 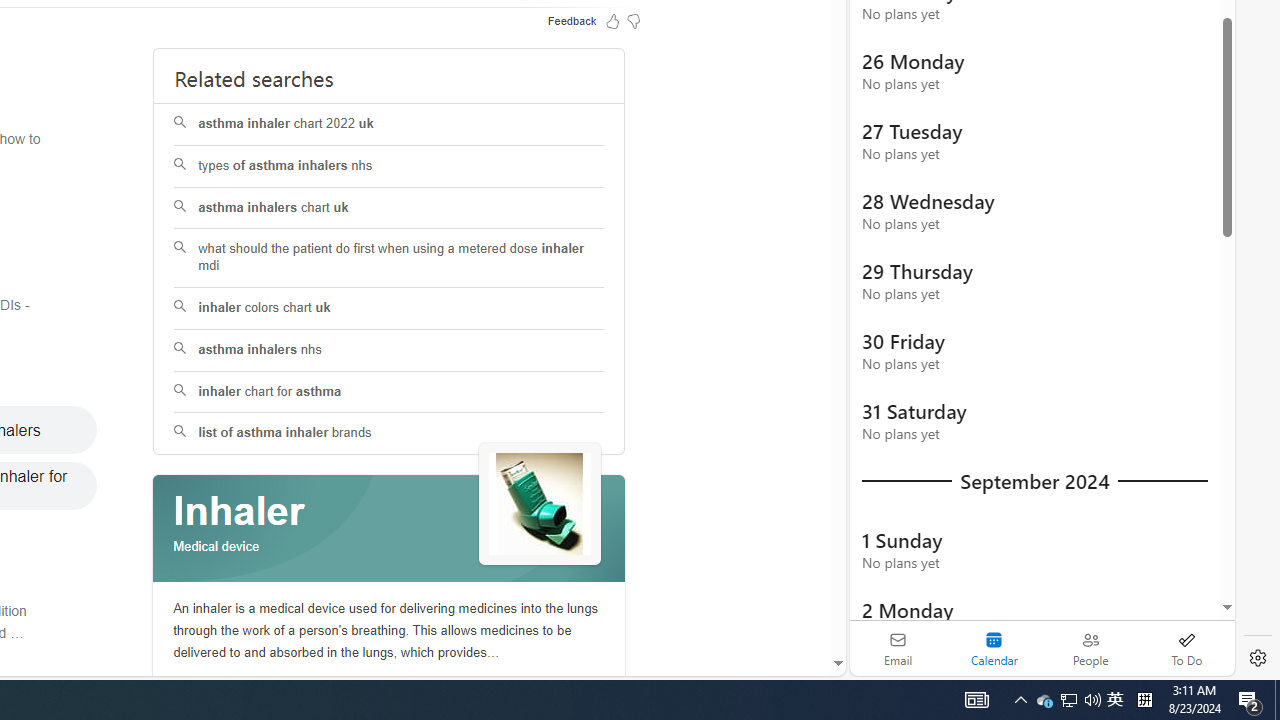 What do you see at coordinates (389, 433) in the screenshot?
I see `'list of asthma inhaler brands'` at bounding box center [389, 433].